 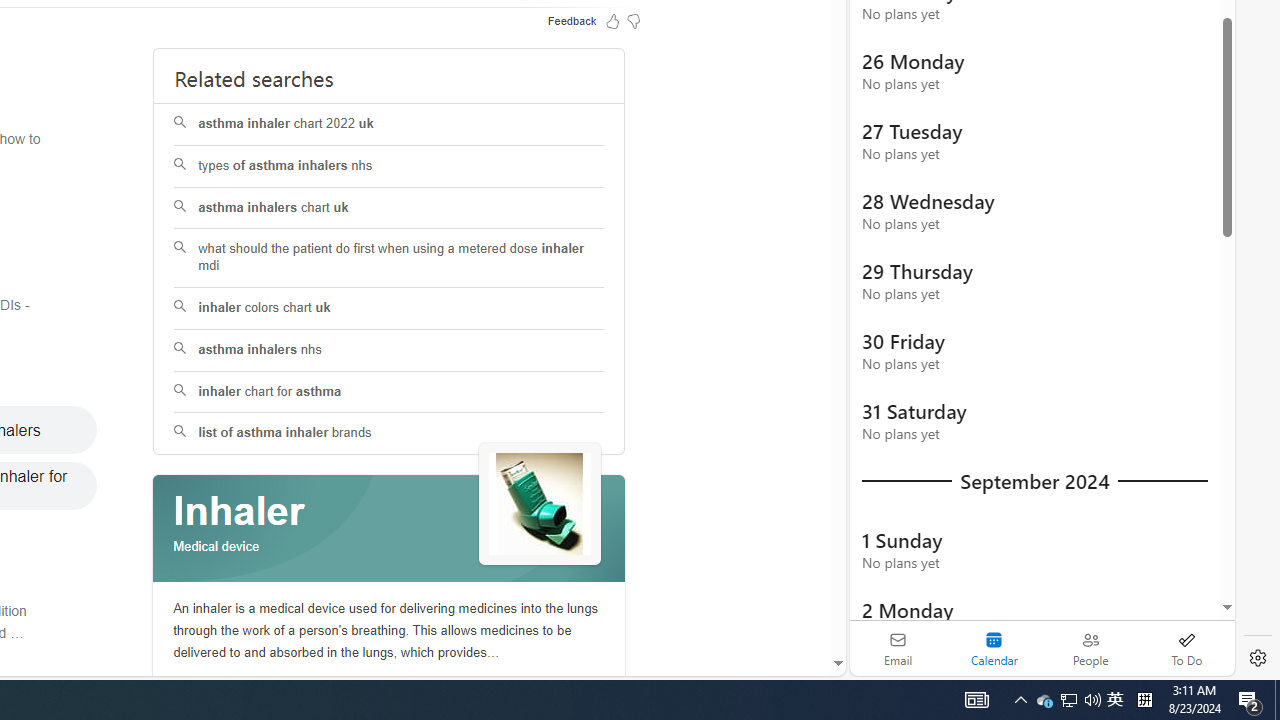 What do you see at coordinates (389, 433) in the screenshot?
I see `'list of asthma inhaler brands'` at bounding box center [389, 433].